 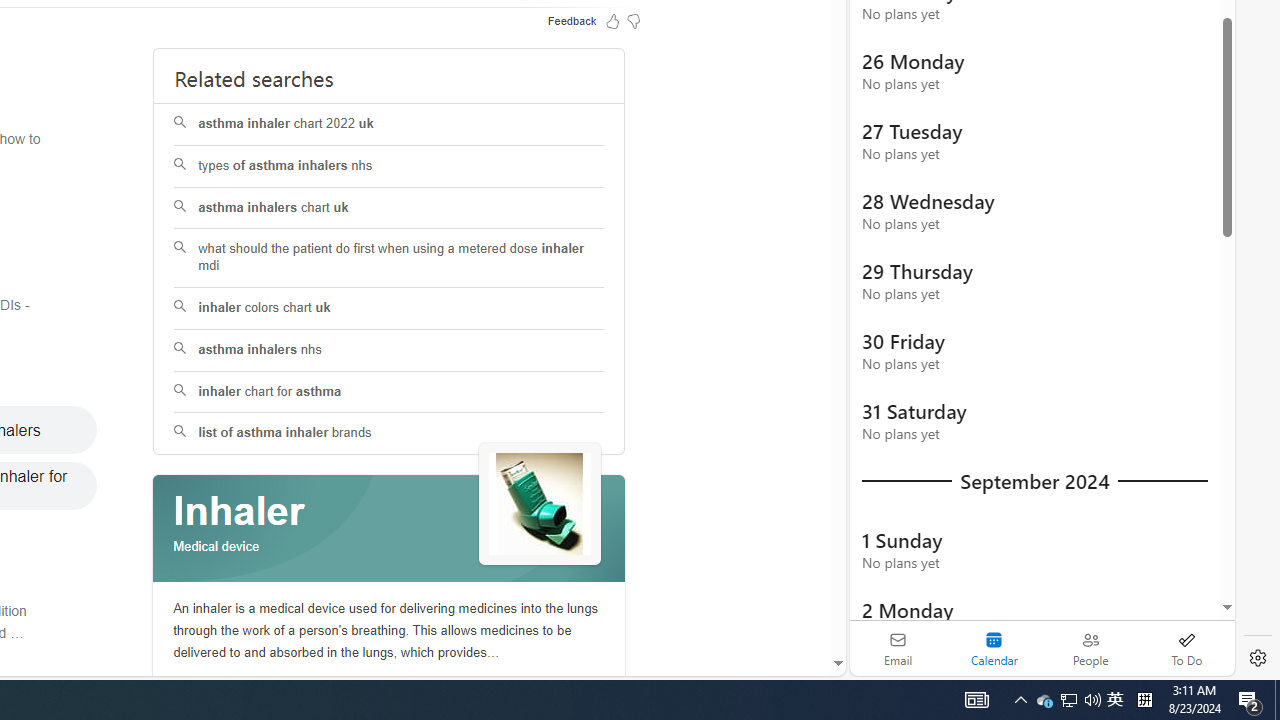 What do you see at coordinates (389, 433) in the screenshot?
I see `'list of asthma inhaler brands'` at bounding box center [389, 433].